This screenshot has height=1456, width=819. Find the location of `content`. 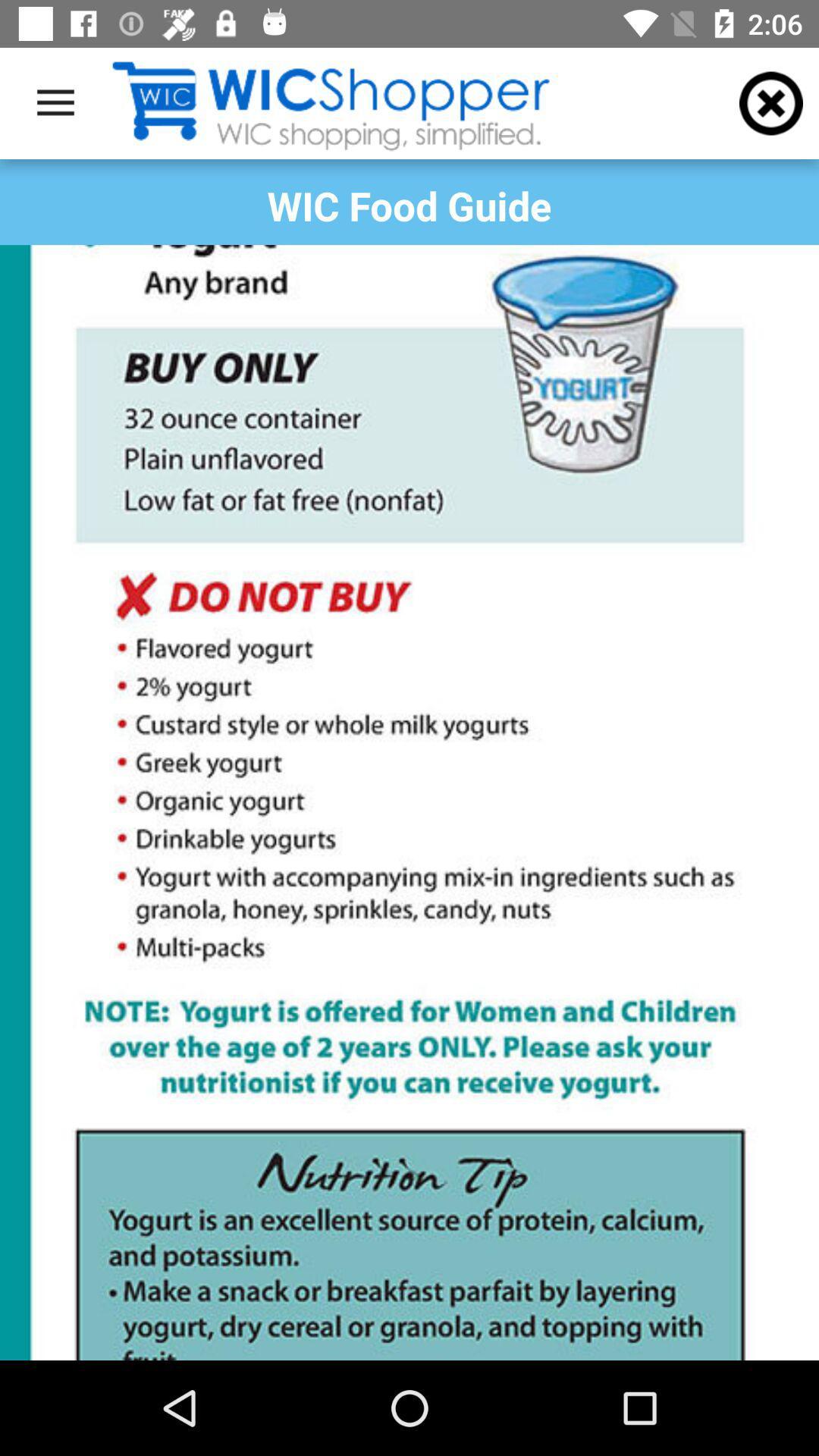

content is located at coordinates (409, 802).